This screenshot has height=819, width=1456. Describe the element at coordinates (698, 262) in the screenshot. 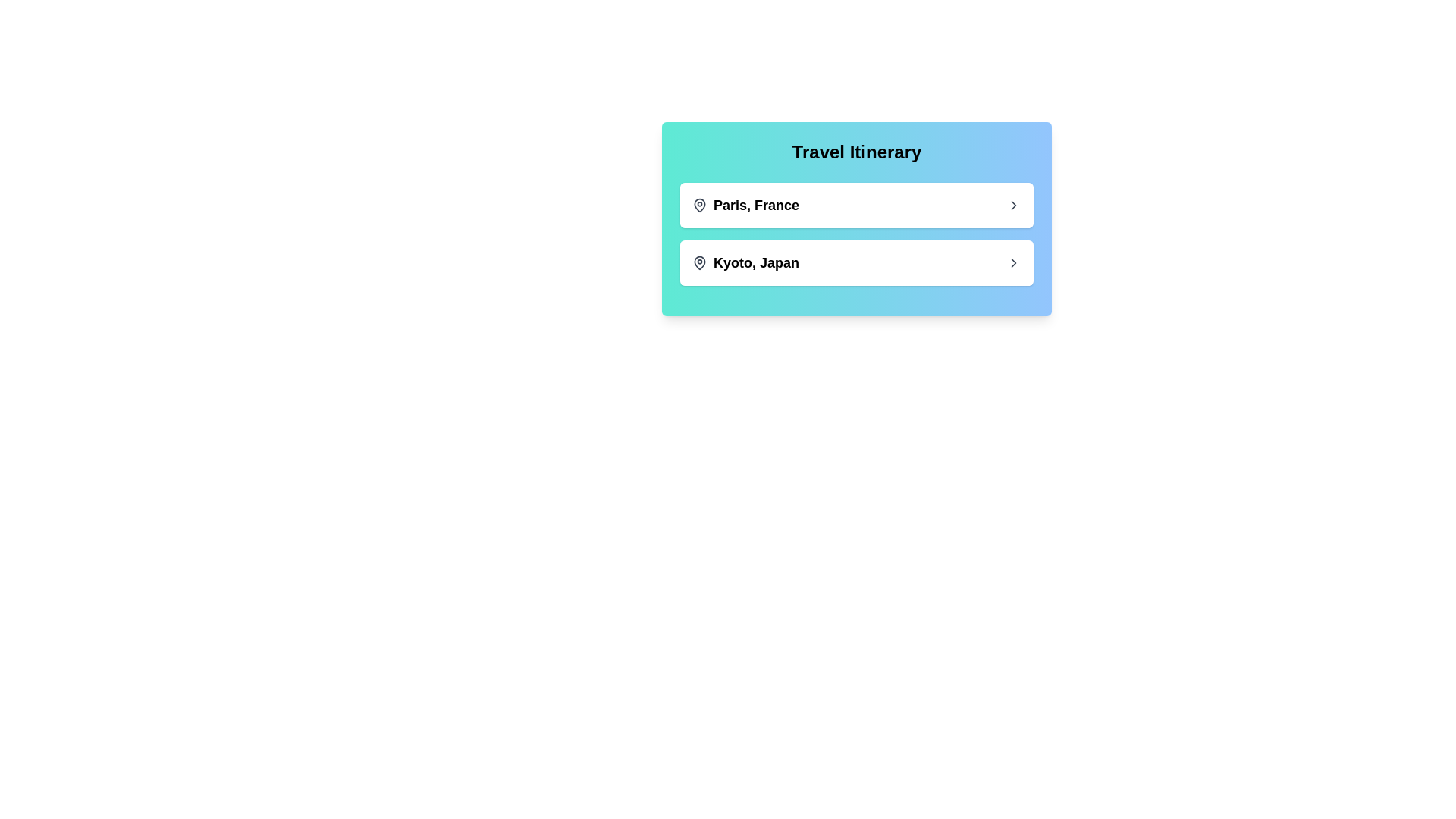

I see `the dark gray map pin icon located to the left of the text 'Kyoto, Japan'` at that location.